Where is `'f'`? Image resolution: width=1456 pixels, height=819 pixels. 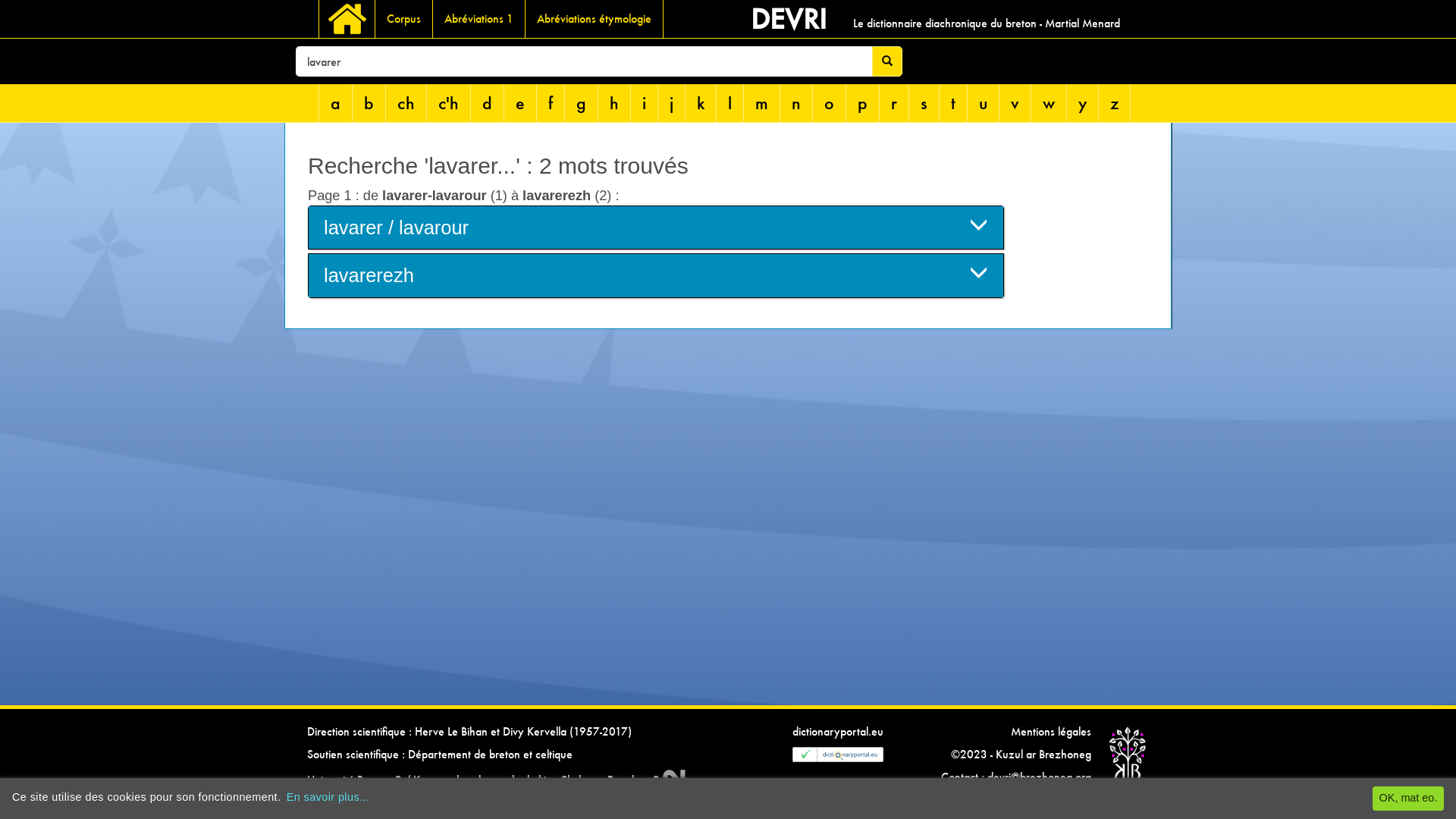
'f' is located at coordinates (550, 102).